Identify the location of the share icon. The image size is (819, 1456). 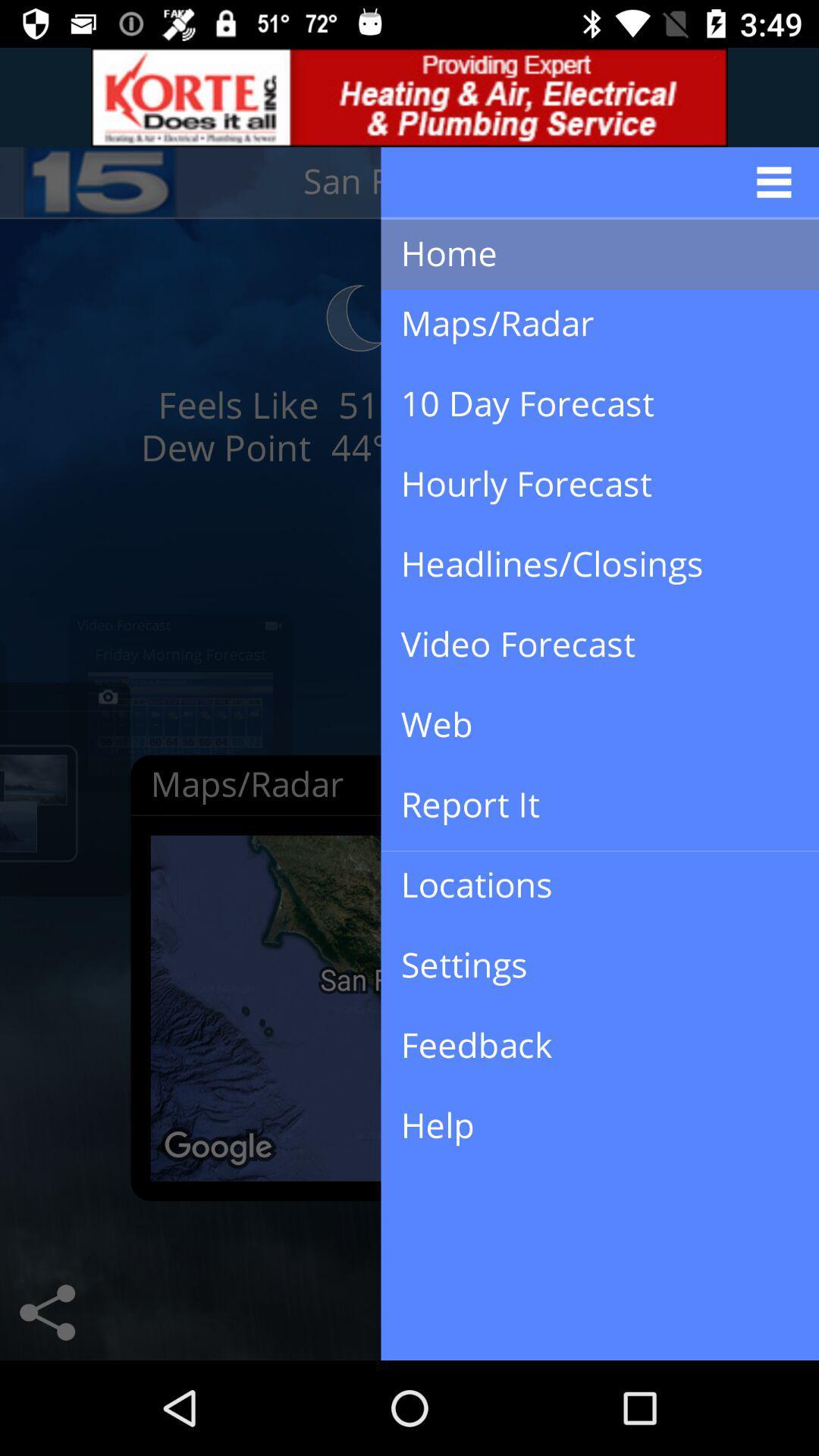
(46, 1312).